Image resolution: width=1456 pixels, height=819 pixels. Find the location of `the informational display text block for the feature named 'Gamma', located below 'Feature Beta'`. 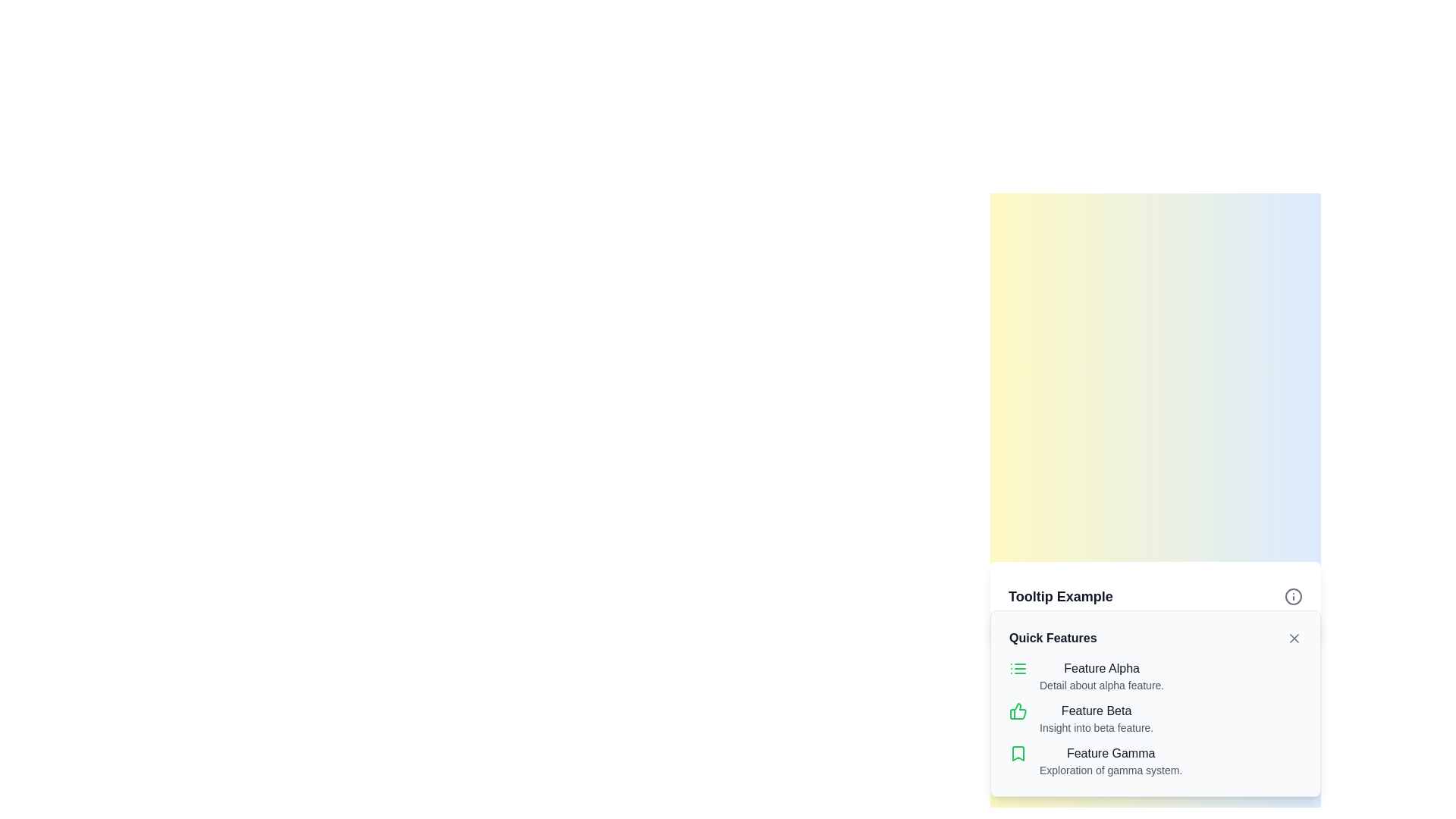

the informational display text block for the feature named 'Gamma', located below 'Feature Beta' is located at coordinates (1154, 761).